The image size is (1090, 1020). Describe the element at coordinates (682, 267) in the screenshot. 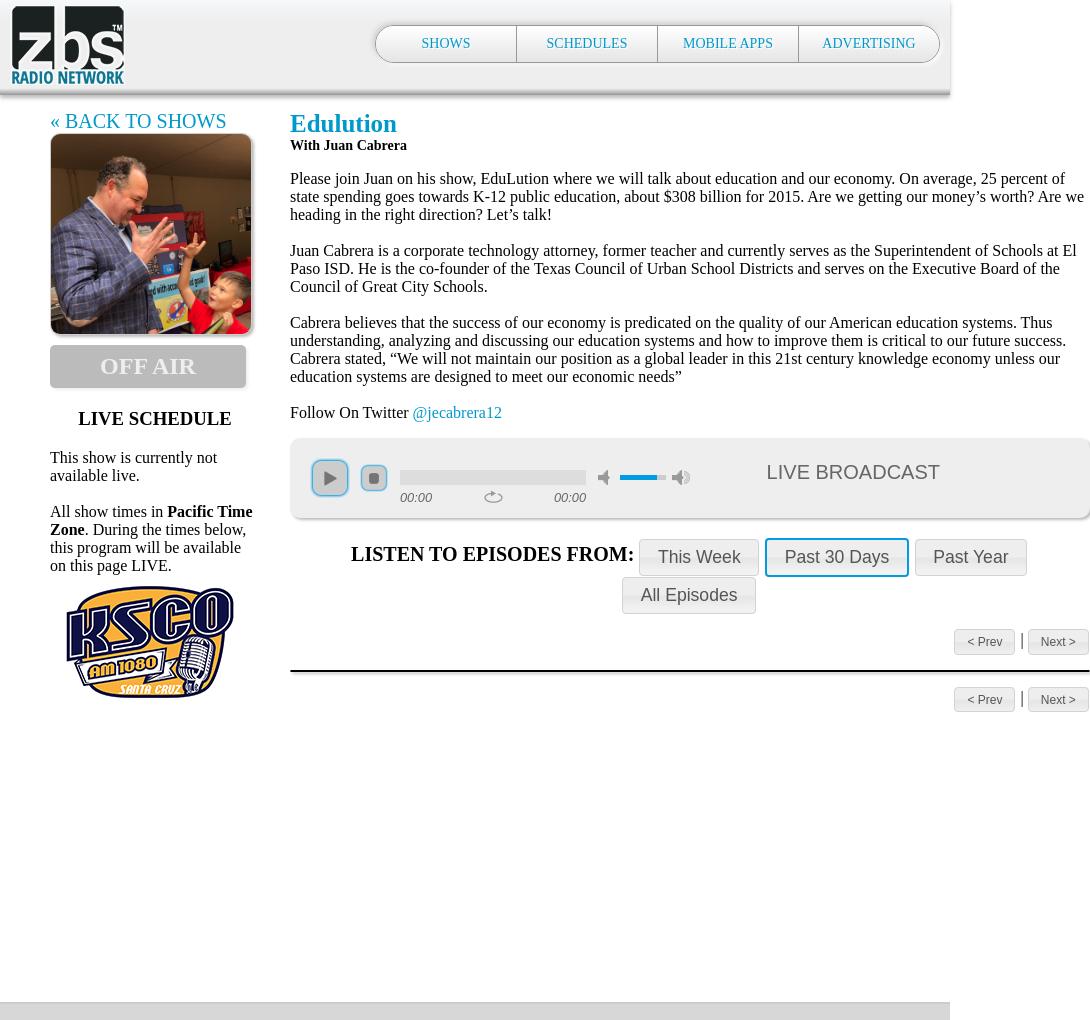

I see `'Juan Cabrera is a corporate technology attorney, former teacher and currently serves as the Superintendent of Schools at El Paso ISD. He is the co-founder of the Texas Council of Urban School Districts and serves on the Executive Board of the Council of Great City Schools.'` at that location.